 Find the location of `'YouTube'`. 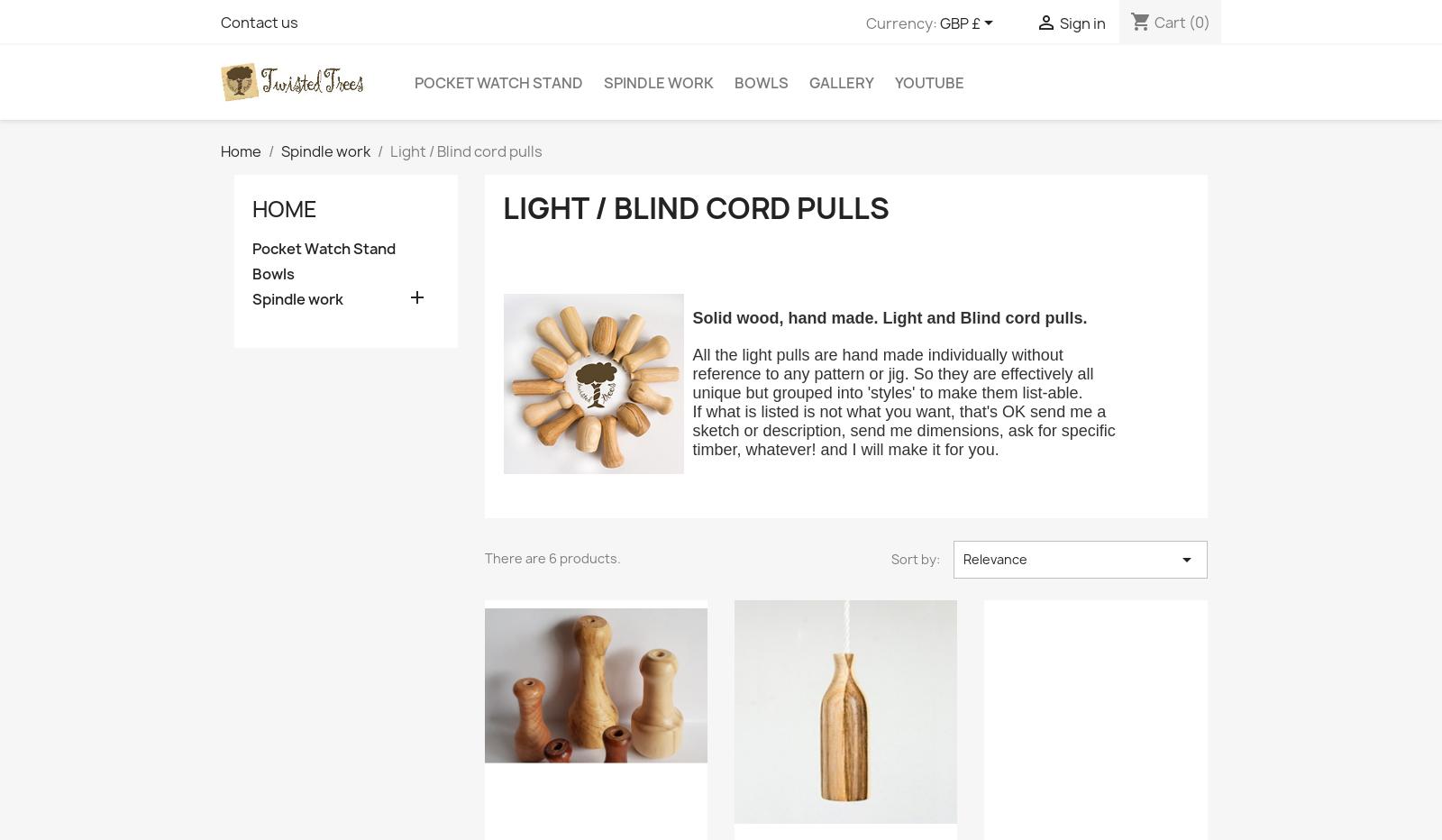

'YouTube' is located at coordinates (929, 81).